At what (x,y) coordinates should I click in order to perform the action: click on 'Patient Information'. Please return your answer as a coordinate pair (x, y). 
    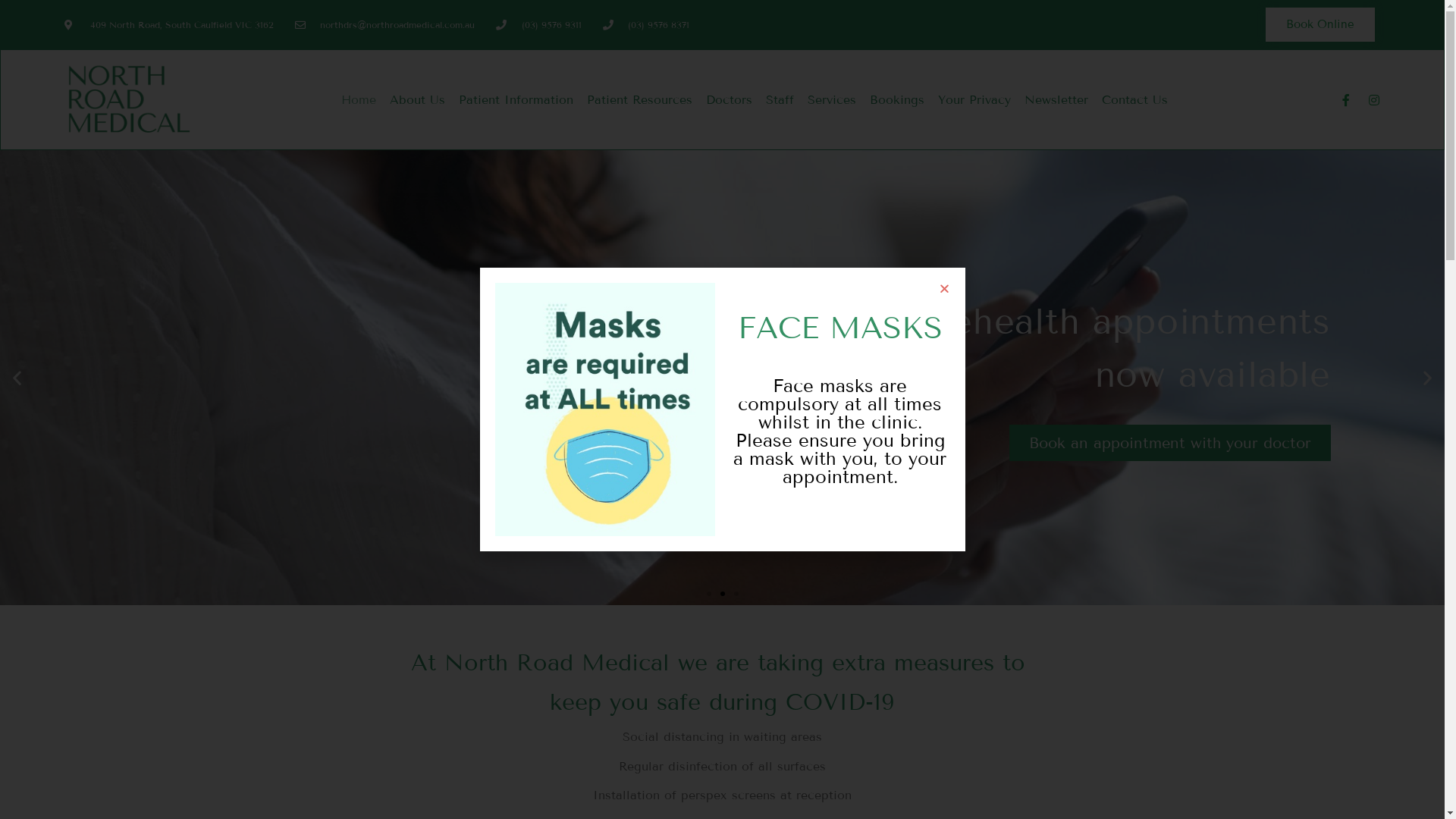
    Looking at the image, I should click on (450, 99).